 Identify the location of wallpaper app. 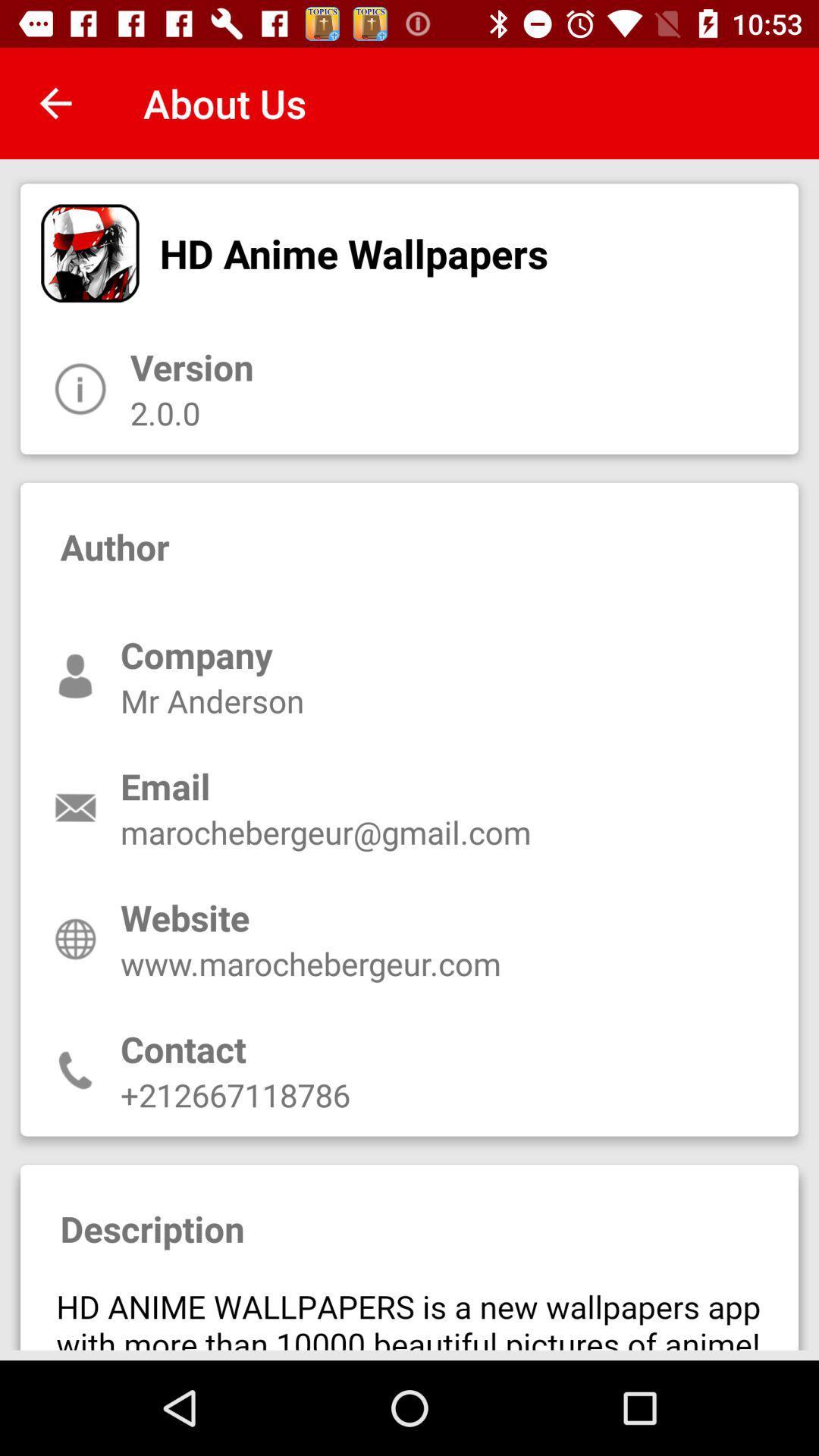
(409, 1310).